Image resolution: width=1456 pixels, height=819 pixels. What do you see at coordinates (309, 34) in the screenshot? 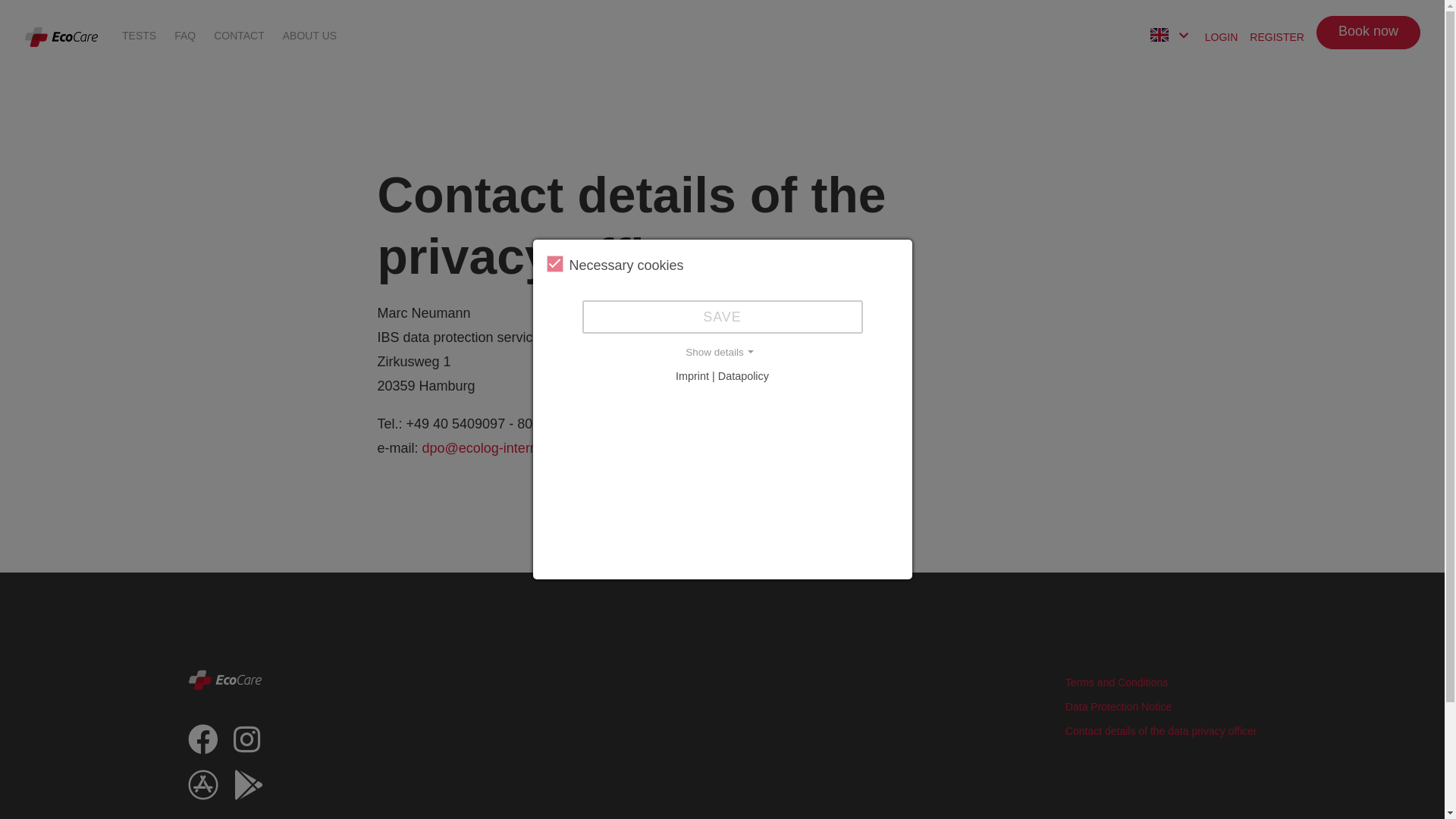
I see `'ABOUT US'` at bounding box center [309, 34].